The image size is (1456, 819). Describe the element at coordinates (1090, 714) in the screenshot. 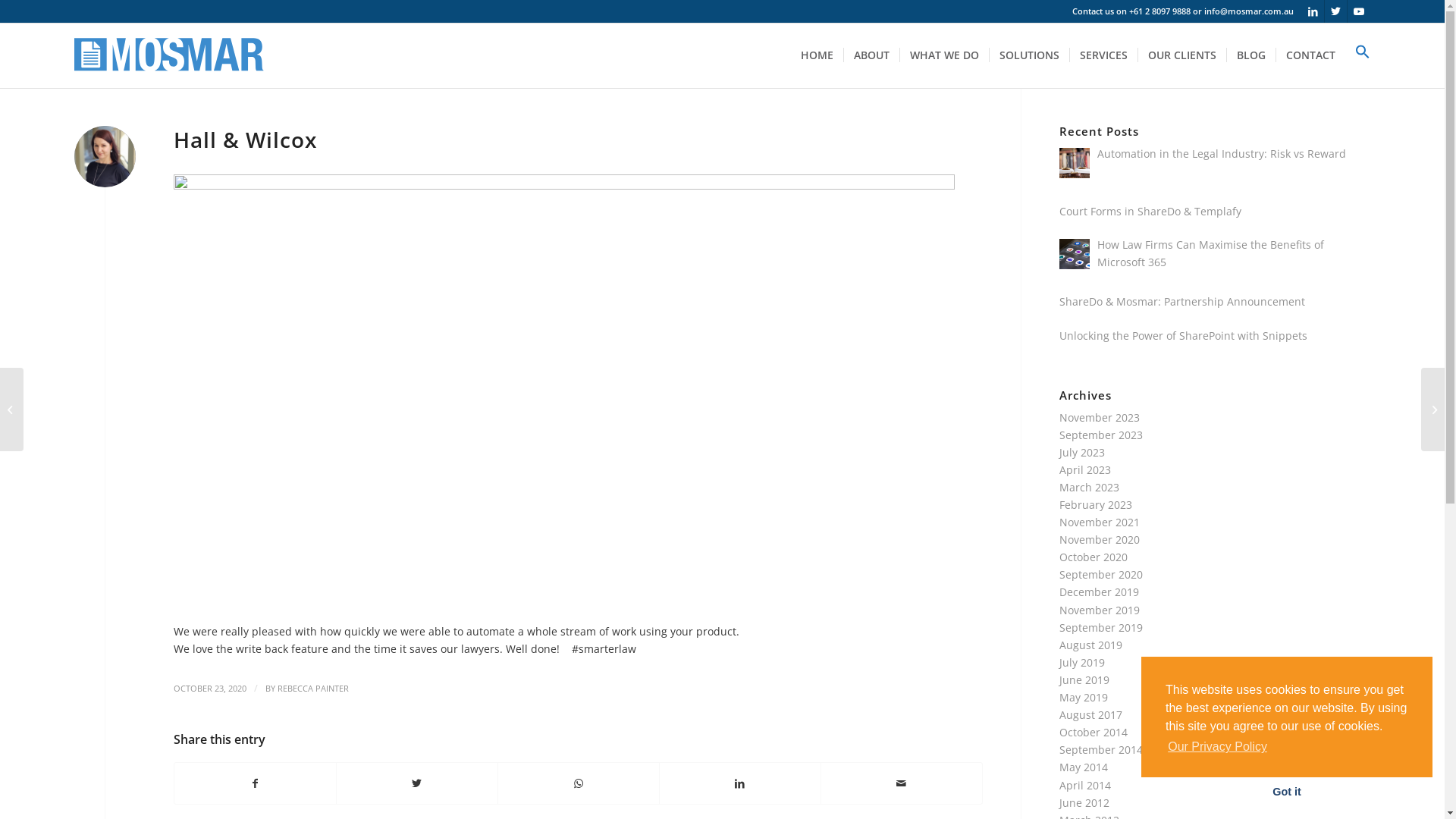

I see `'August 2017'` at that location.